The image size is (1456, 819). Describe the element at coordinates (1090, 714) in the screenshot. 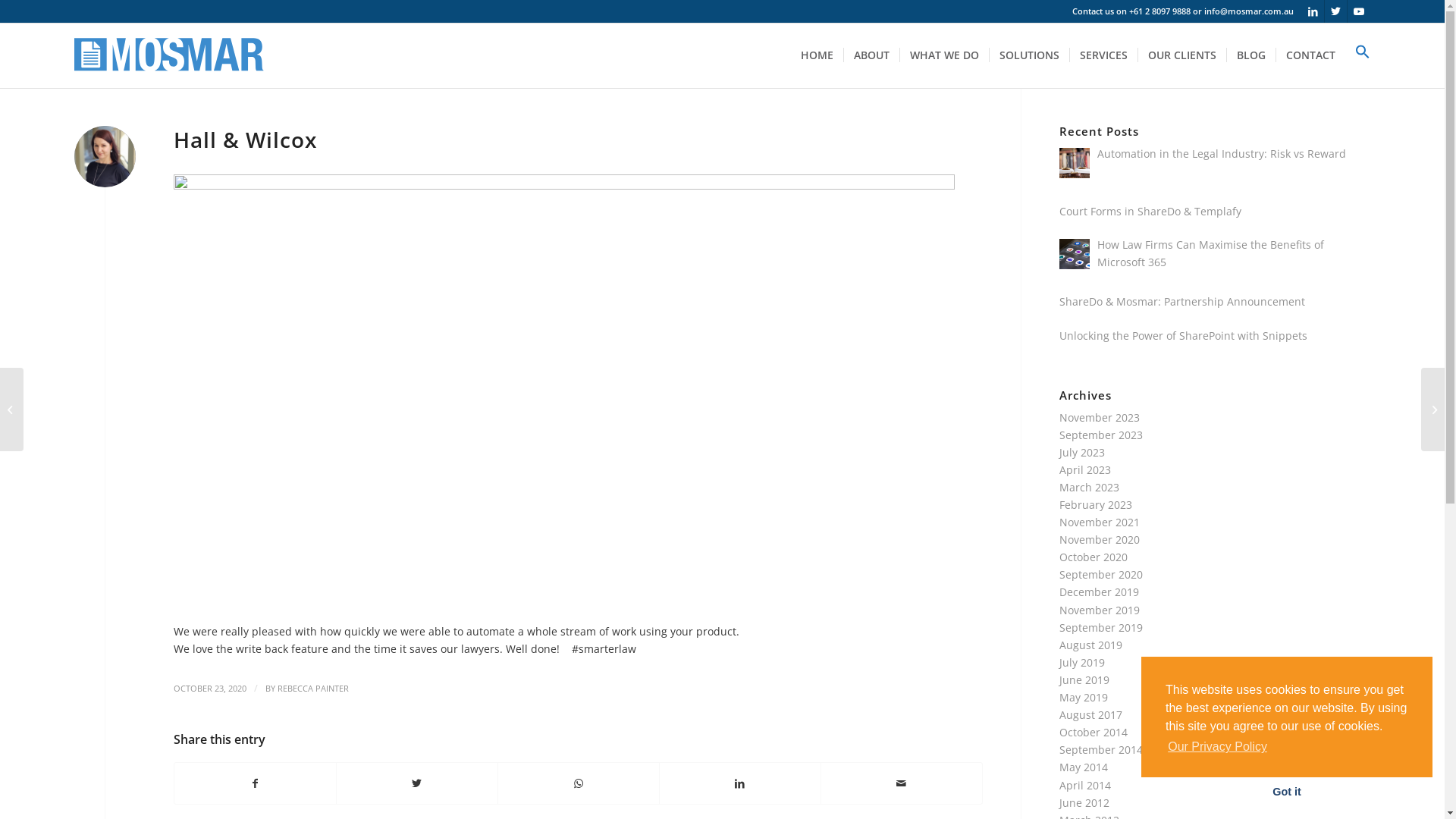

I see `'August 2017'` at that location.